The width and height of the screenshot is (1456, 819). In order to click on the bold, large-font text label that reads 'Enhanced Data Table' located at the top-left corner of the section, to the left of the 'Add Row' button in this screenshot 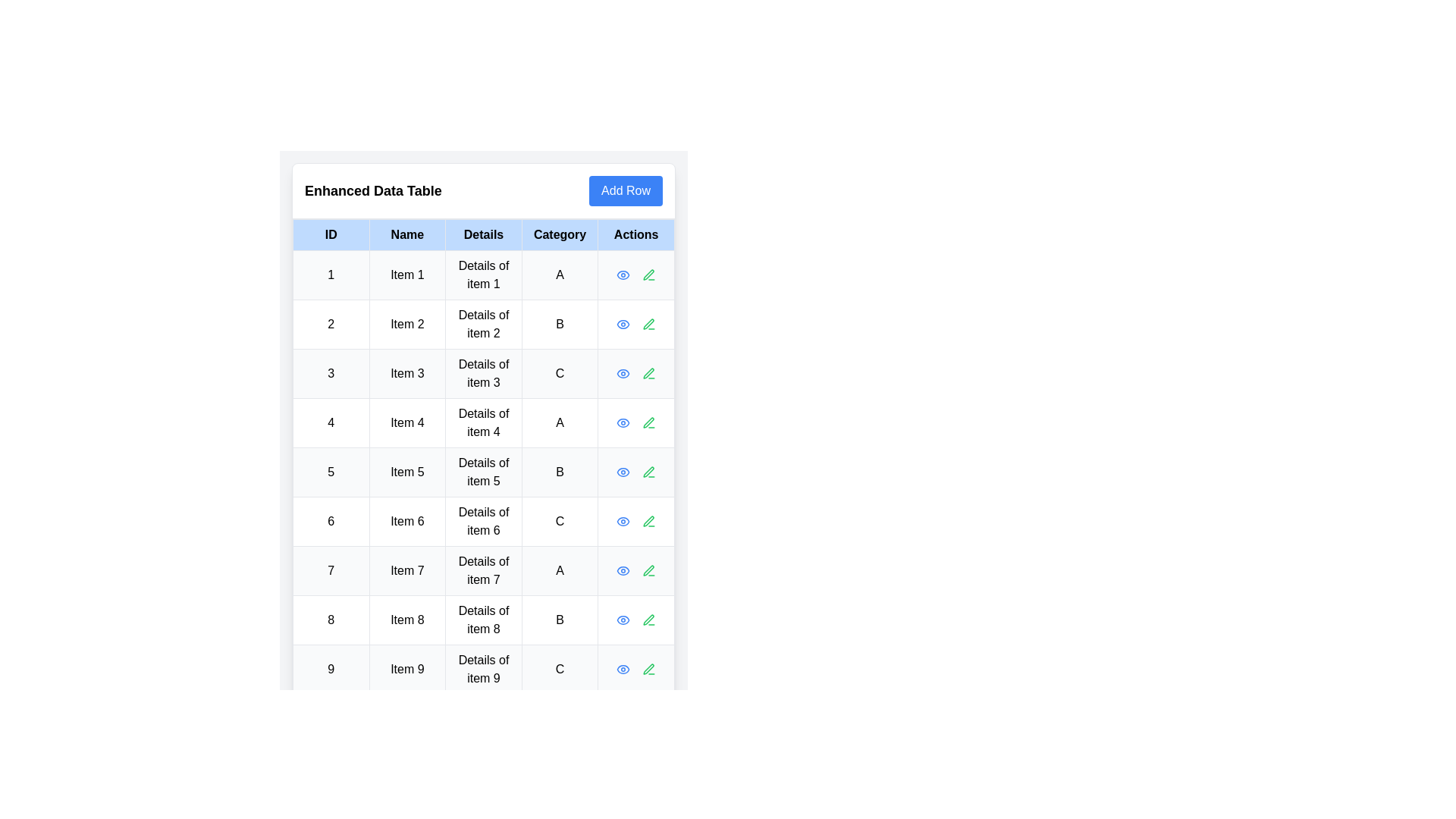, I will do `click(373, 190)`.